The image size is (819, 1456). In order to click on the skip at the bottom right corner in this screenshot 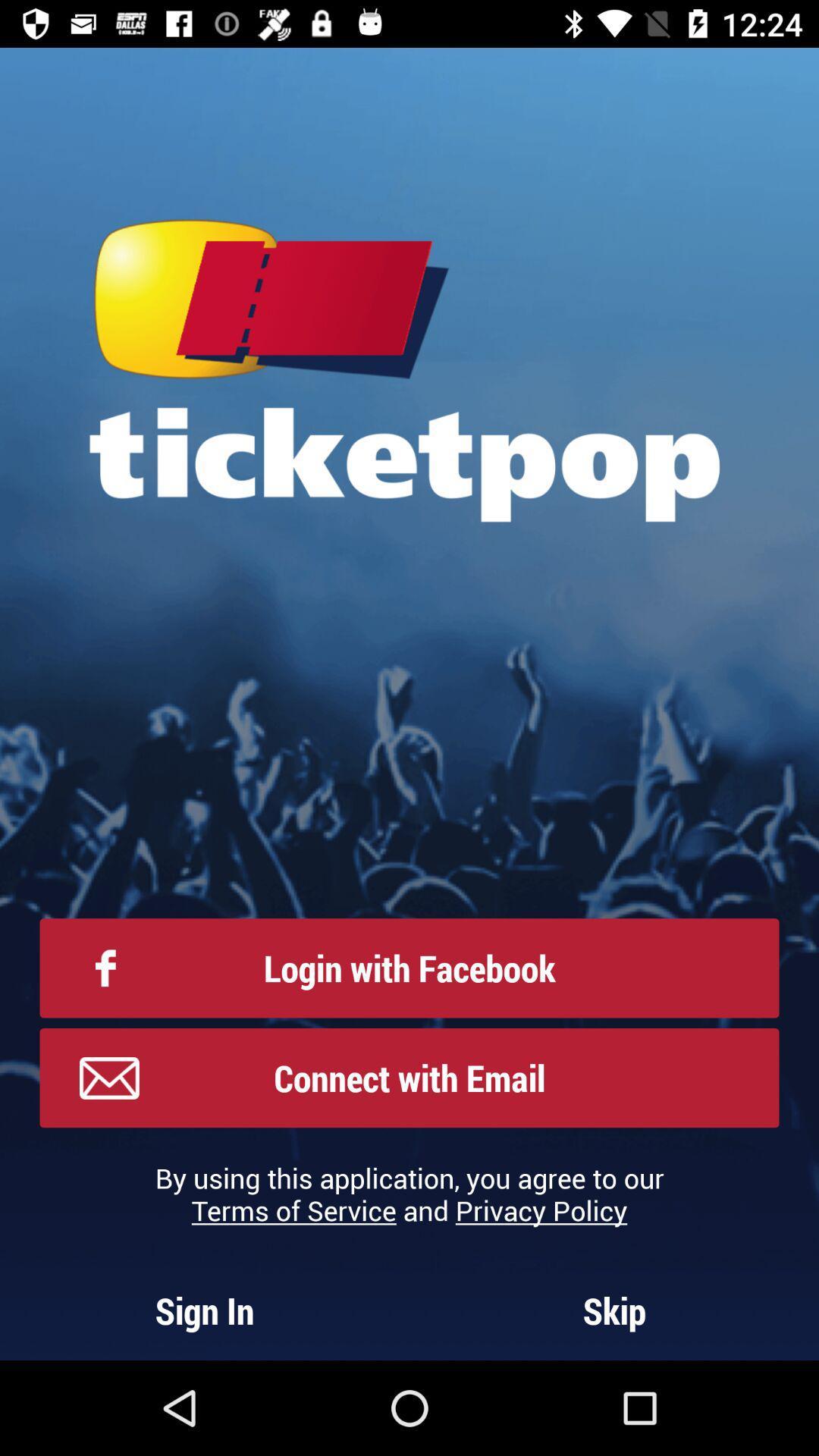, I will do `click(614, 1310)`.